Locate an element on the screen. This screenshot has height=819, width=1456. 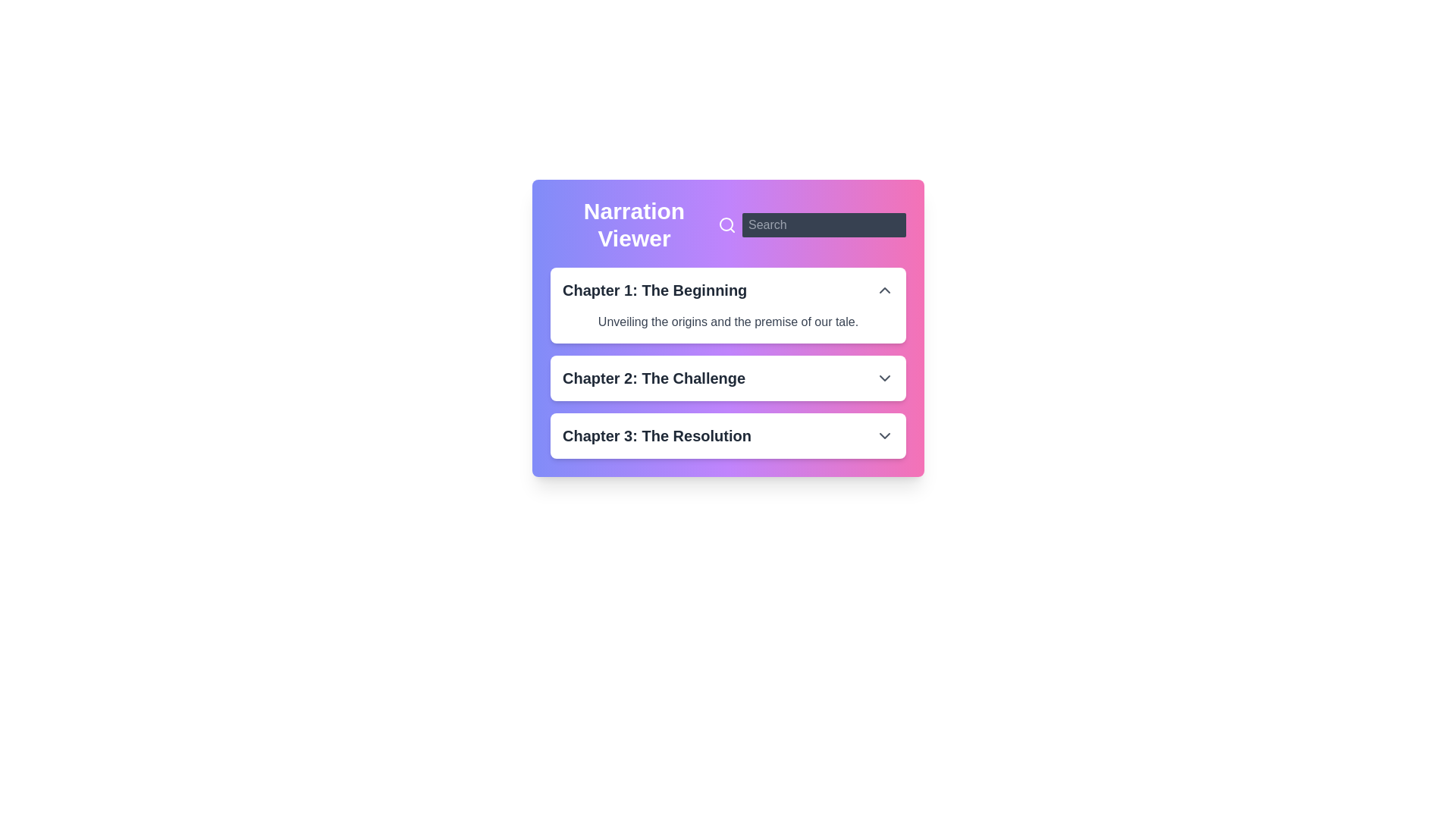
the interactive section heading for 'Chapter 2' in the collapsible card is located at coordinates (728, 377).